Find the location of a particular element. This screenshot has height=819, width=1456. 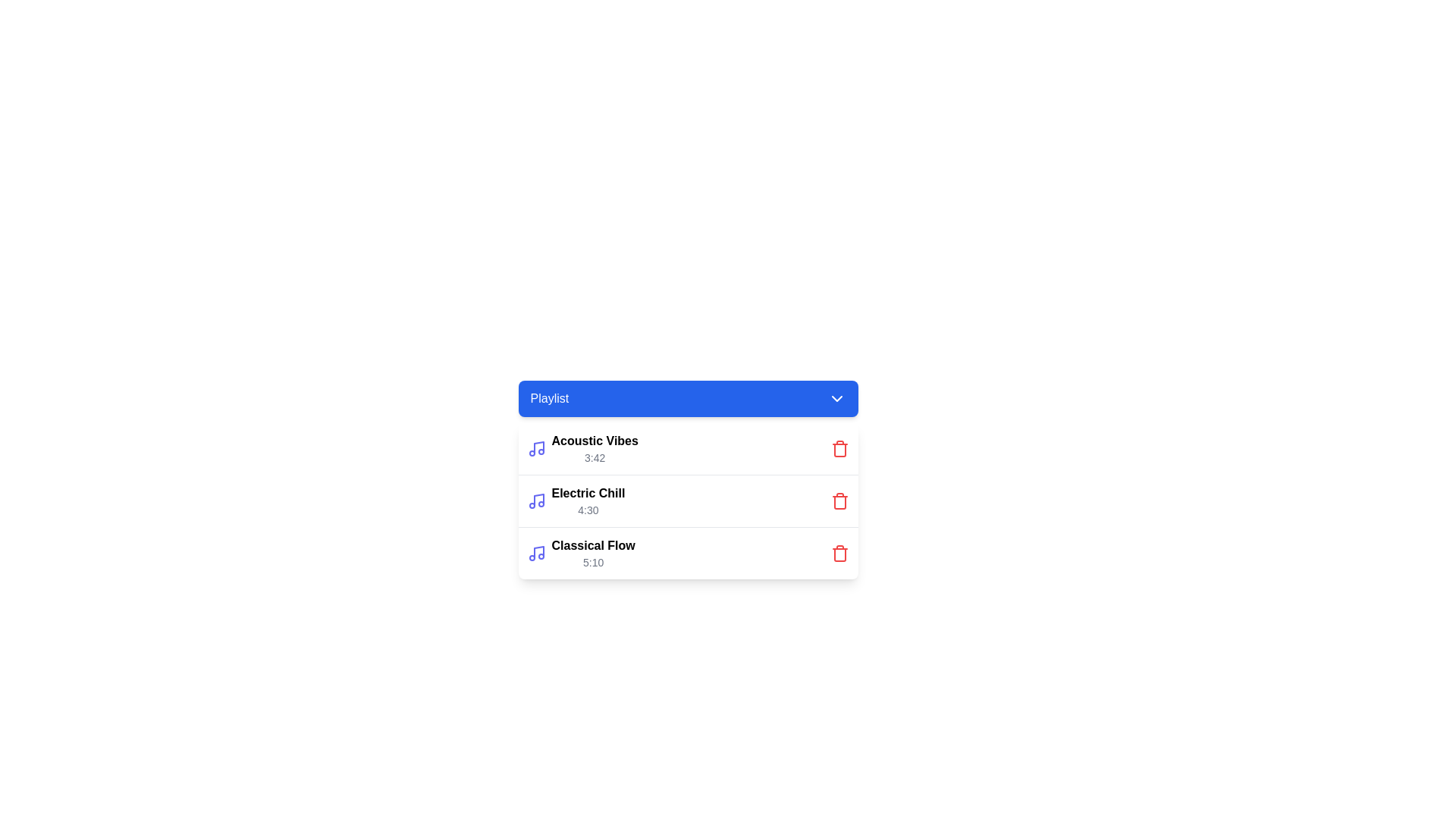

the trash can icon located to the right of the 'Electric Chill' playlist item is located at coordinates (839, 503).